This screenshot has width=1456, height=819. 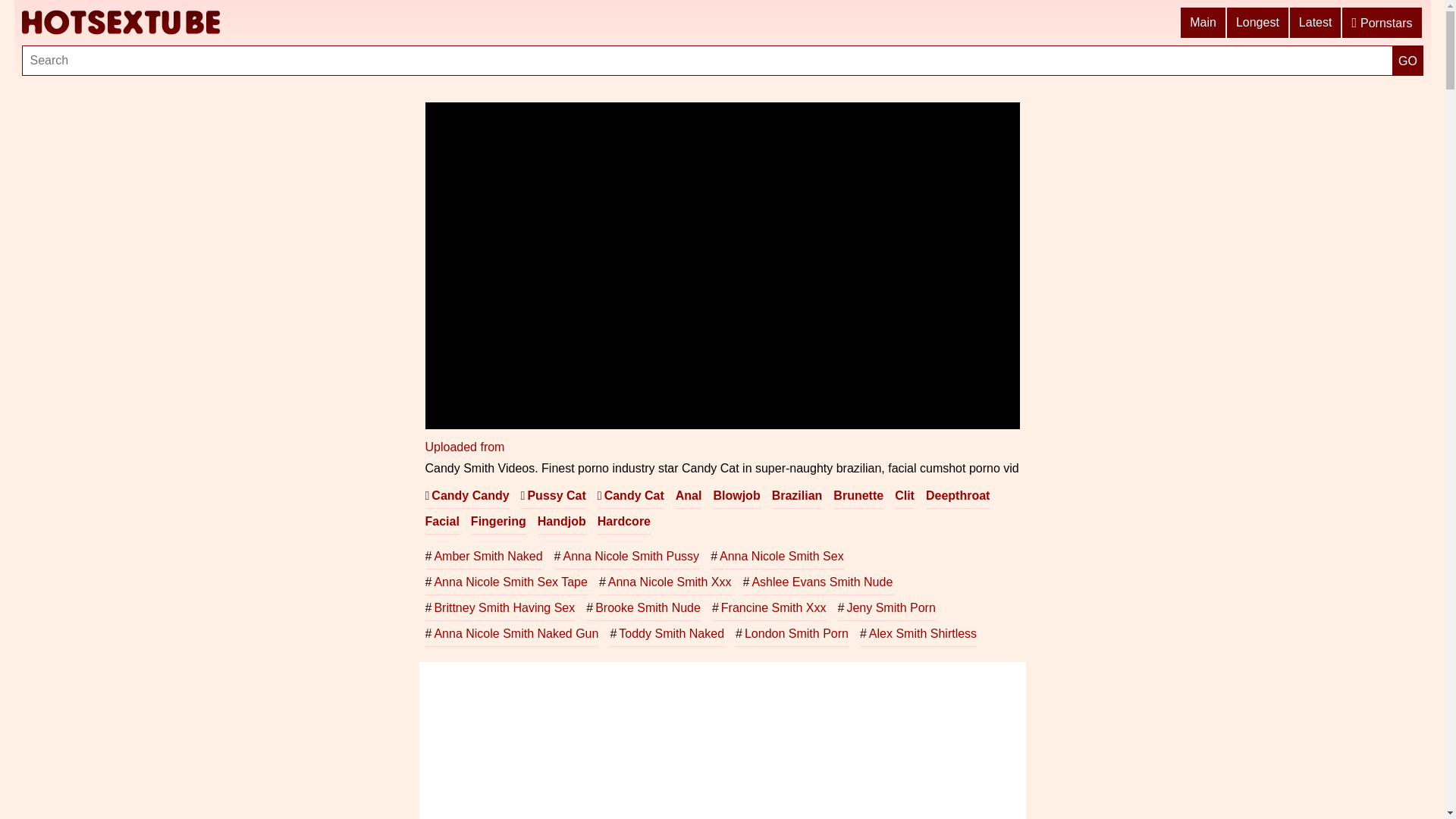 What do you see at coordinates (506, 581) in the screenshot?
I see `'Anna Nicole Smith Sex Tape'` at bounding box center [506, 581].